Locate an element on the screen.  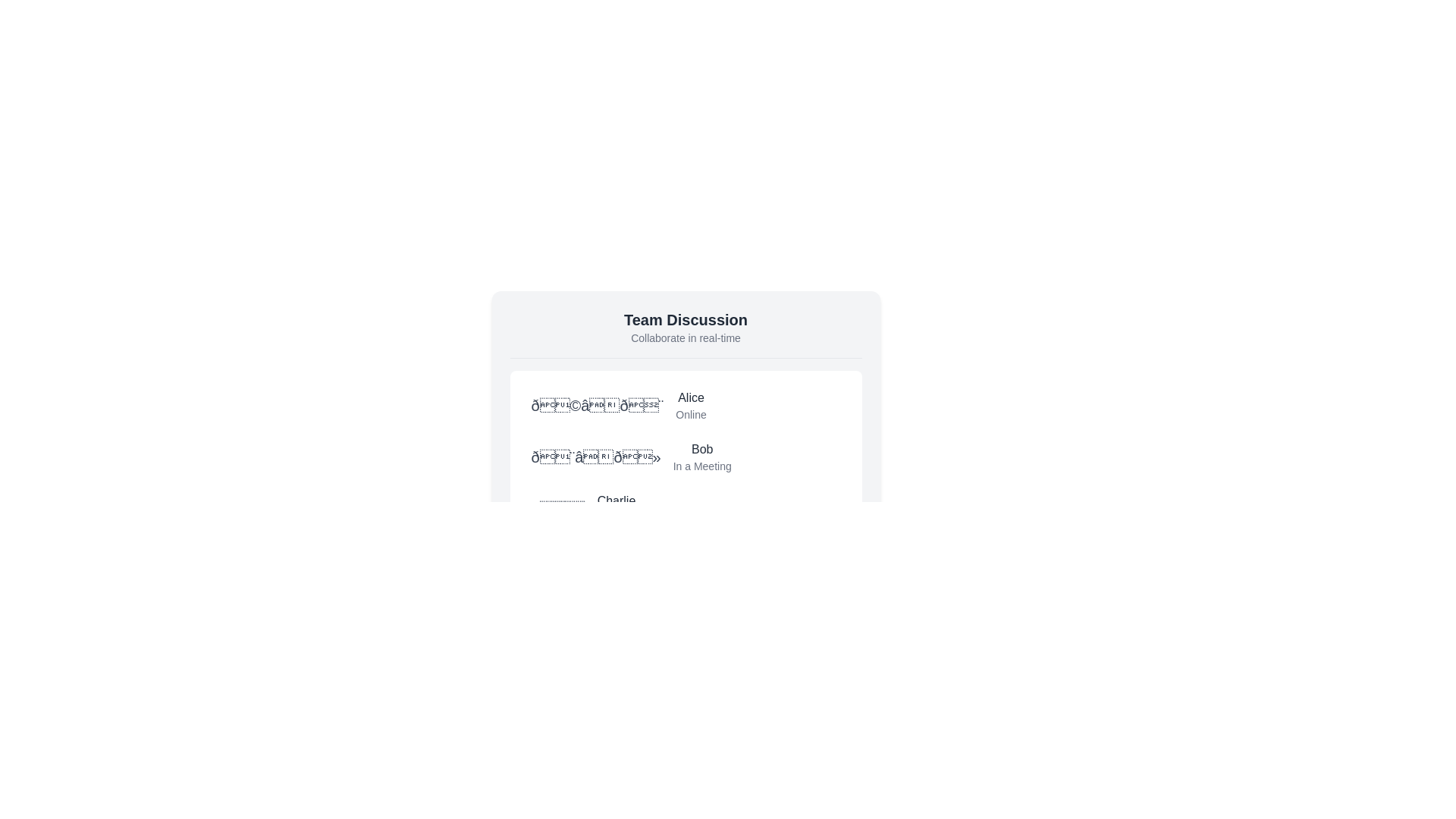
the text label displaying 'Alice' in bold dark gray font, located in the user list section under 'Team Discussion' is located at coordinates (690, 397).